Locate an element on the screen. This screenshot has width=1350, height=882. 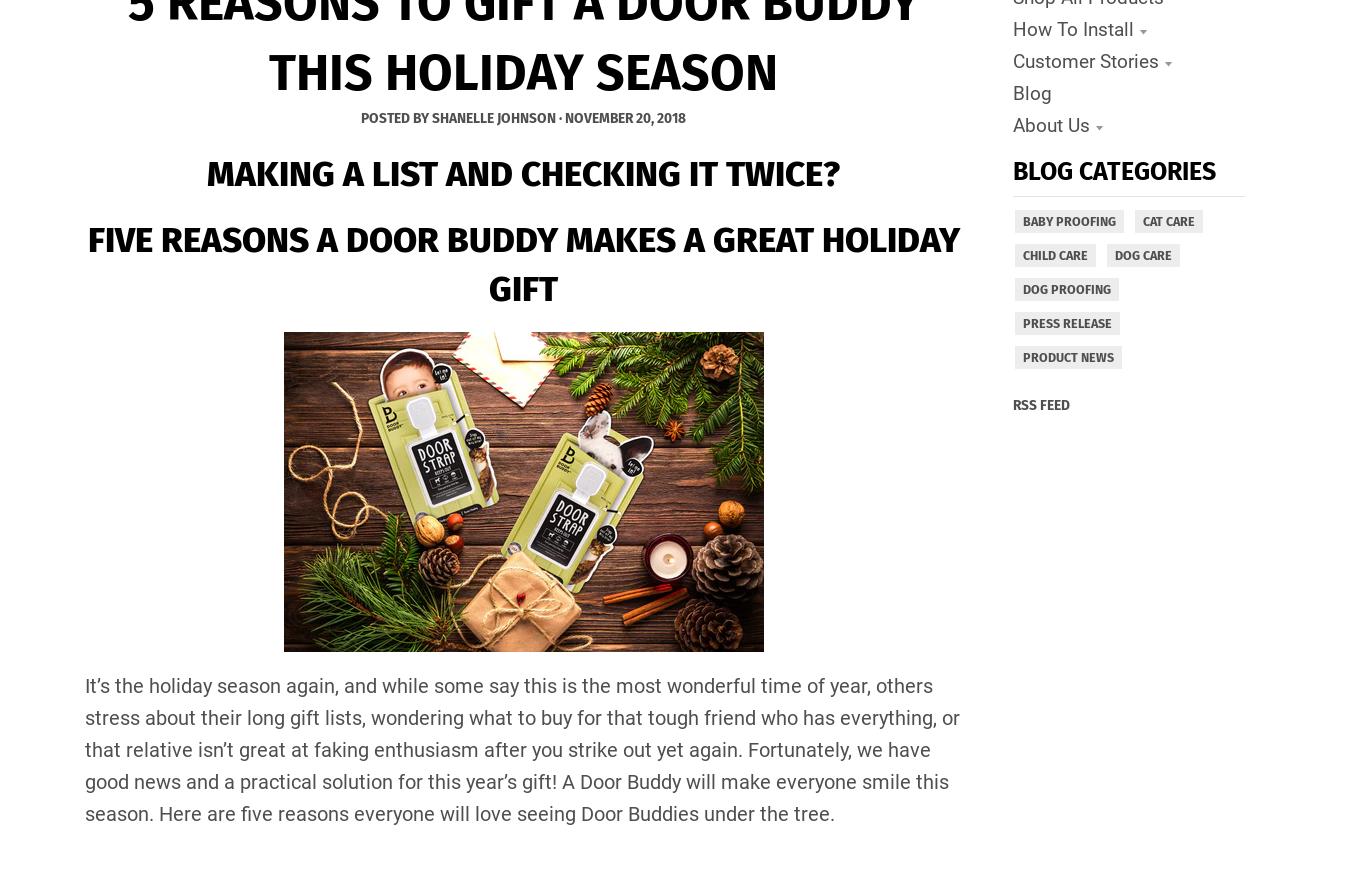
'Shanelle Johnson' is located at coordinates (492, 116).